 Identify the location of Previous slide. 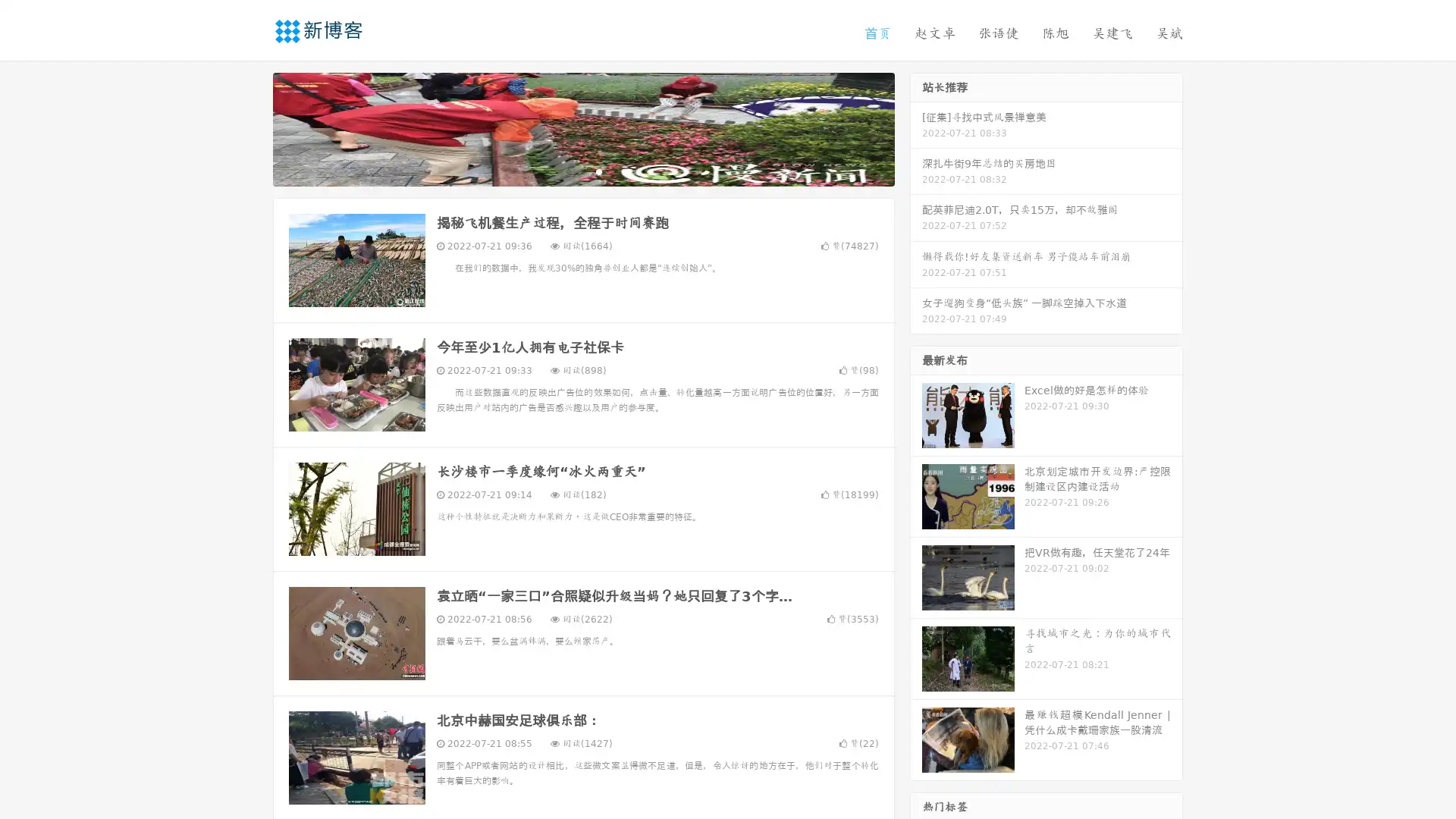
(250, 127).